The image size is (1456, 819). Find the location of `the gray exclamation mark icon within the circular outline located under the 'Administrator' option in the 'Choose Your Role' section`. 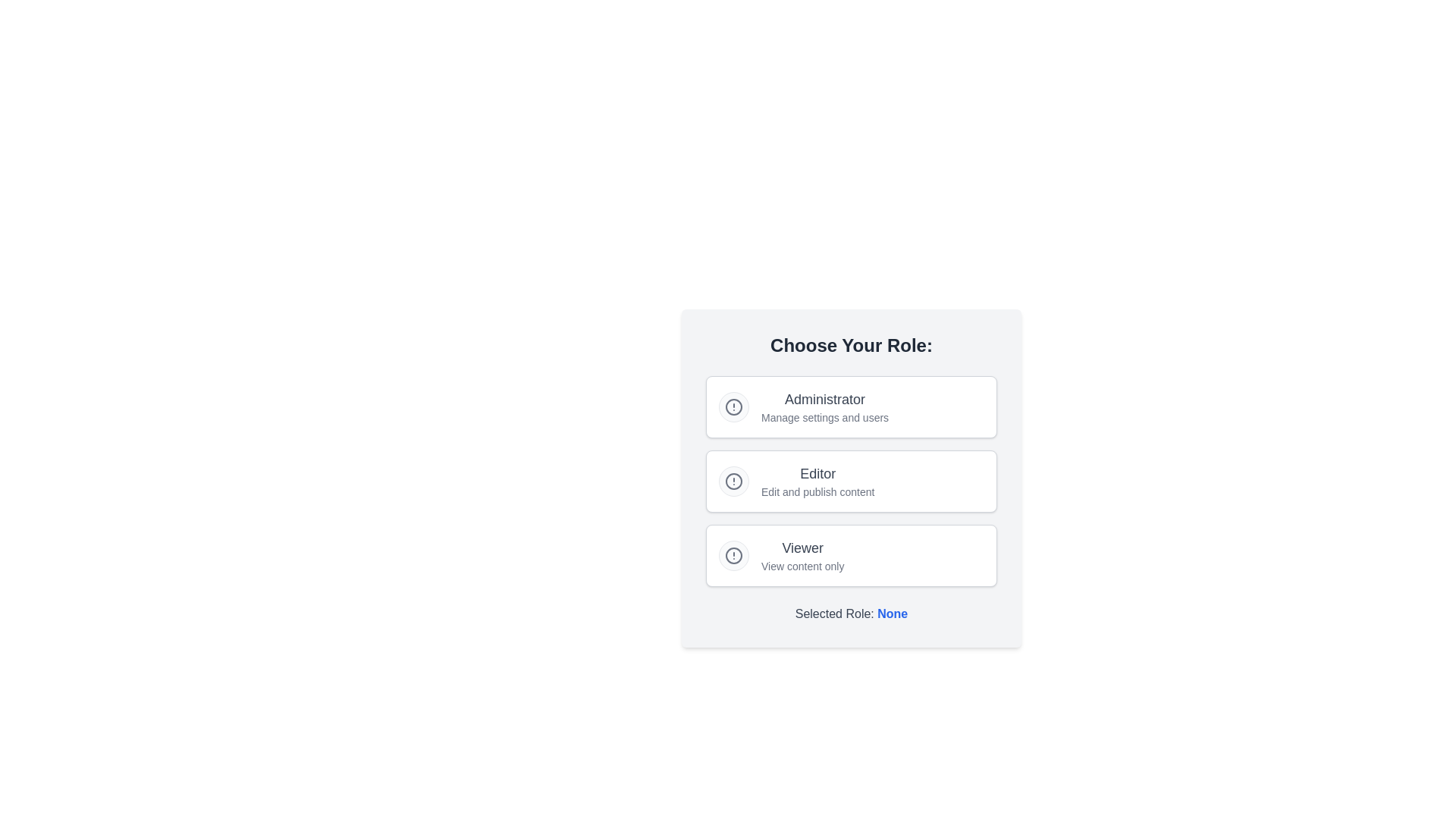

the gray exclamation mark icon within the circular outline located under the 'Administrator' option in the 'Choose Your Role' section is located at coordinates (734, 406).